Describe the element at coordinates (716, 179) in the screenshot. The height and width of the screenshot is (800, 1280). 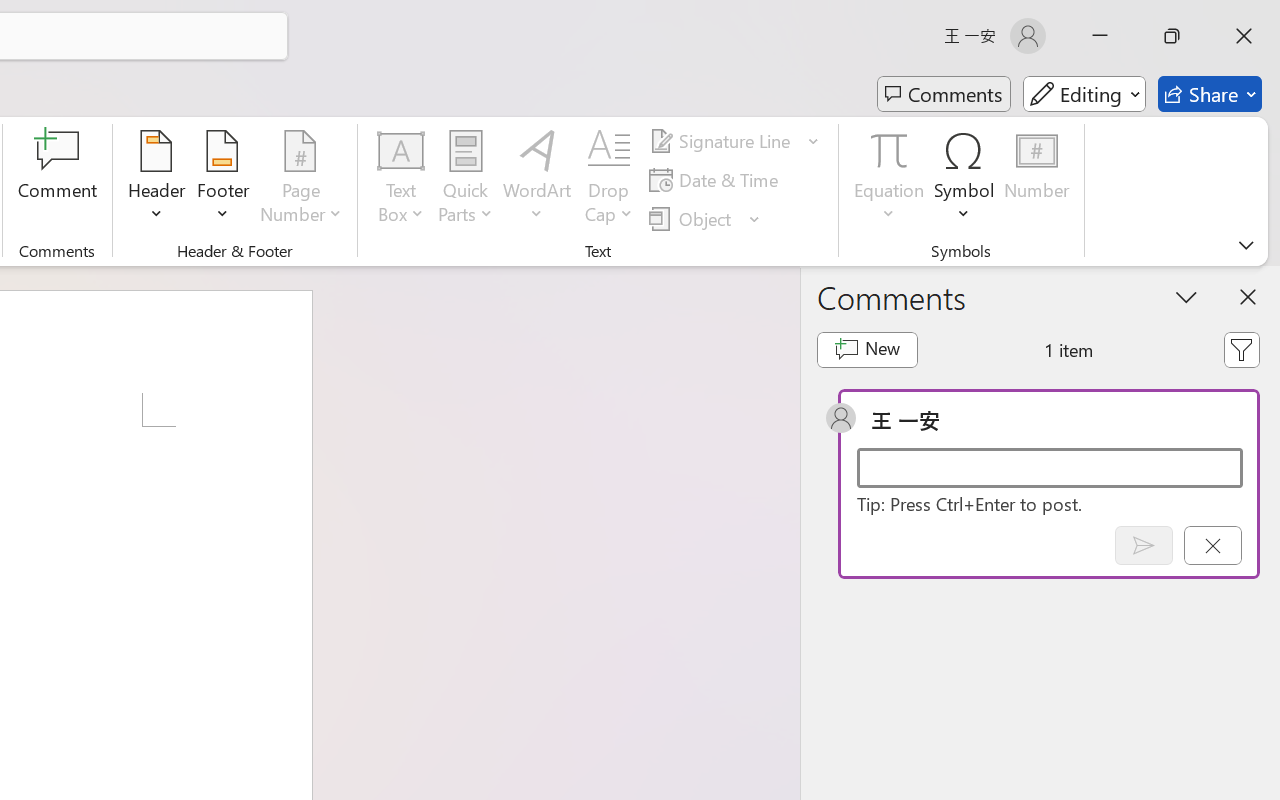
I see `'Date & Time...'` at that location.